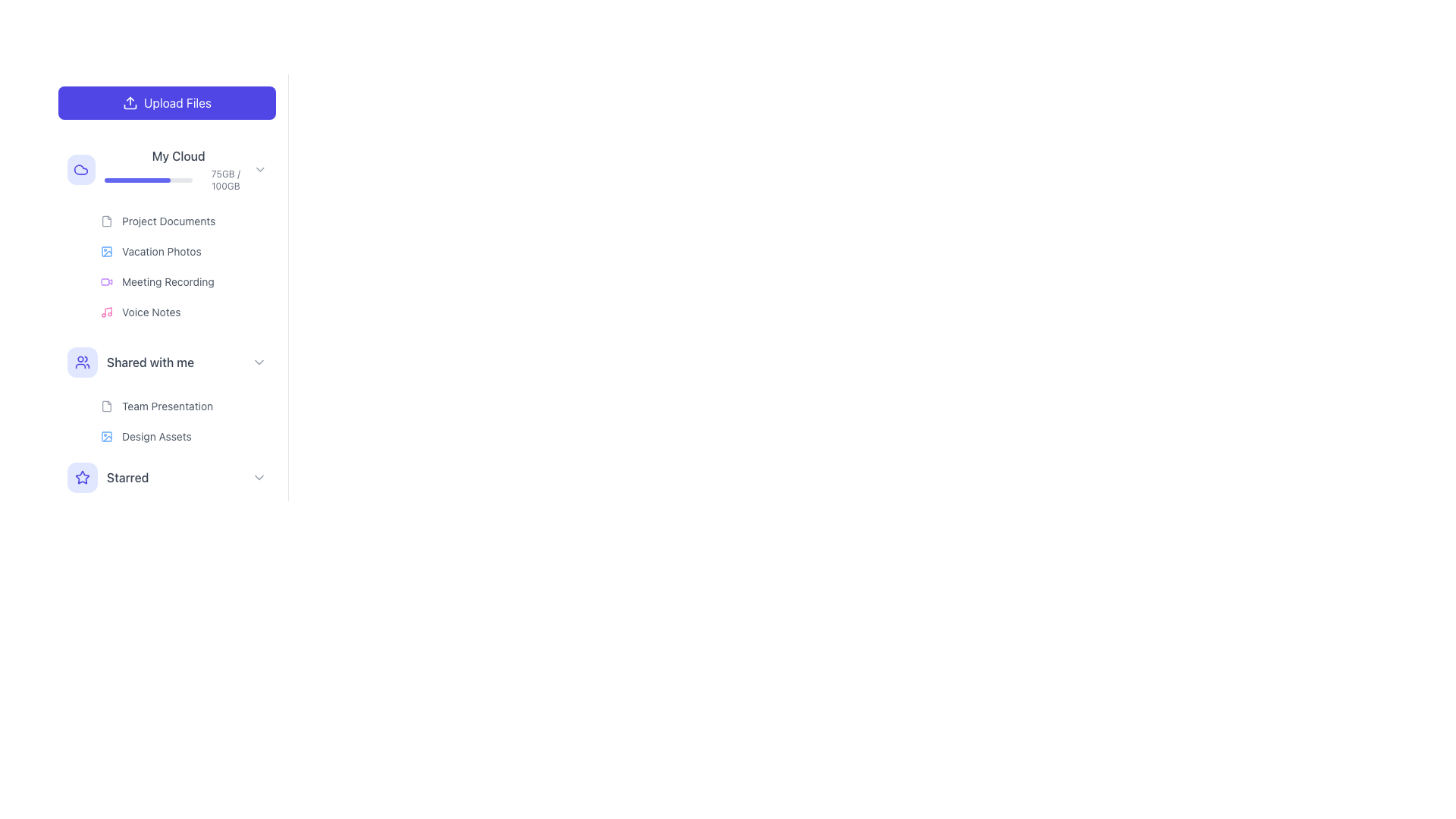  Describe the element at coordinates (105, 250) in the screenshot. I see `the 'Vacation Photos' icon located in the left panel of the cloud storage interface, which visually represents the vacation photos category and is positioned directly to the left of the text label 'Vacation Photos'` at that location.